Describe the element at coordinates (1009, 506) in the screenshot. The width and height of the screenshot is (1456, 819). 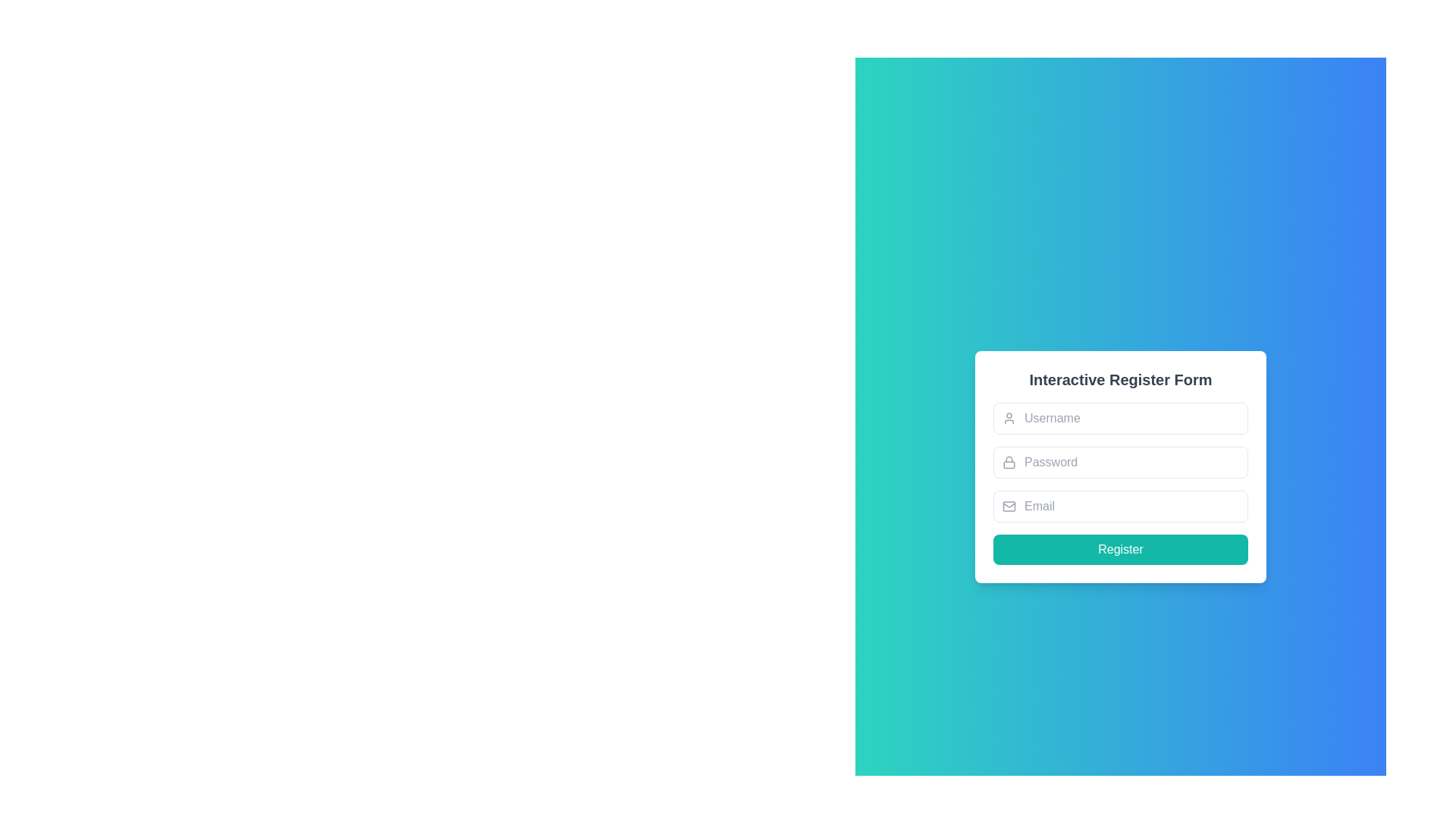
I see `SVG graphical element representing part of the envelope icon, which has rounded corners and a white fill, located in the upper-middle part of the interactive registration form, by using the developer tools` at that location.